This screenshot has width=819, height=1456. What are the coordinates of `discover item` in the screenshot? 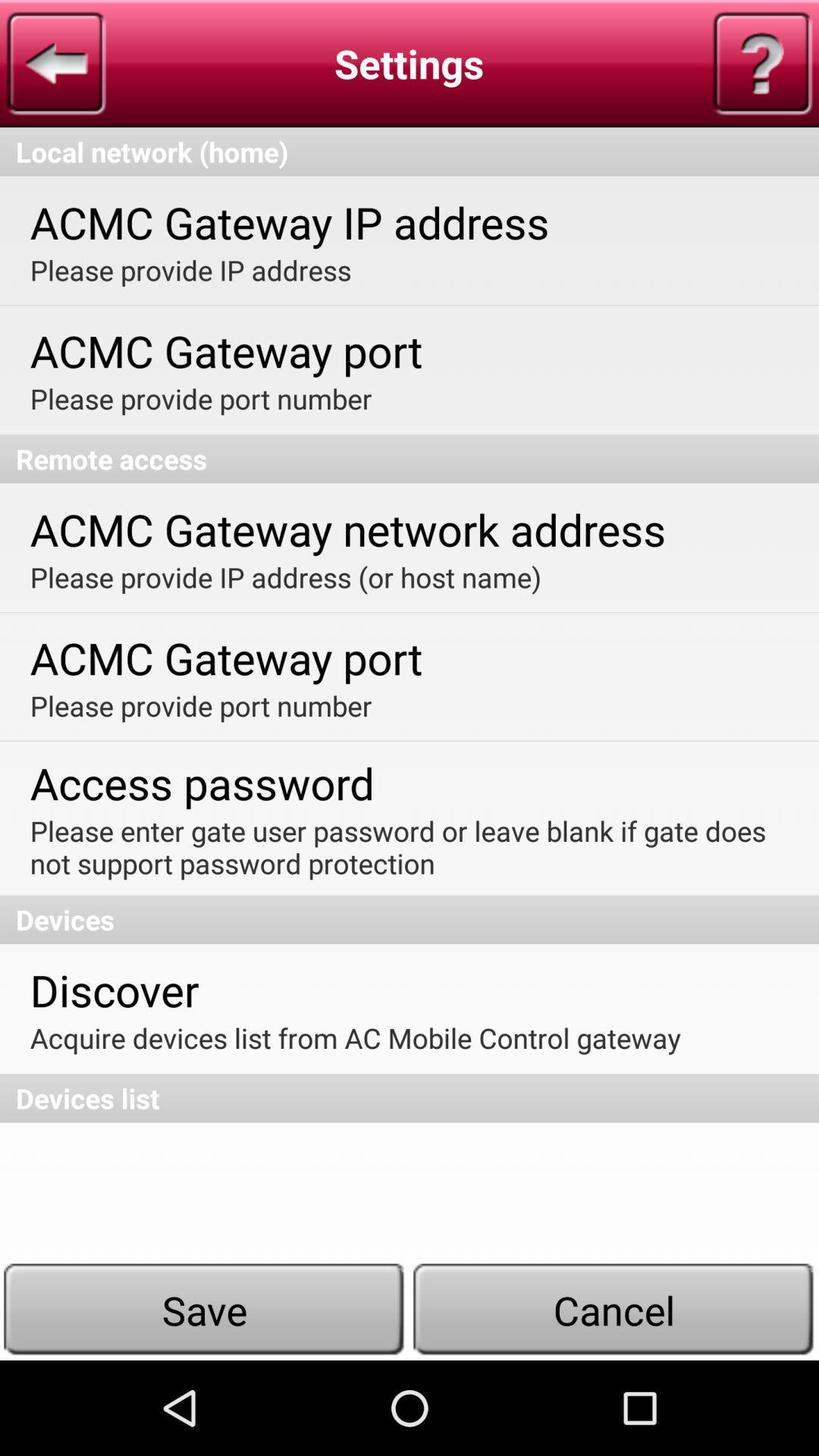 It's located at (114, 990).